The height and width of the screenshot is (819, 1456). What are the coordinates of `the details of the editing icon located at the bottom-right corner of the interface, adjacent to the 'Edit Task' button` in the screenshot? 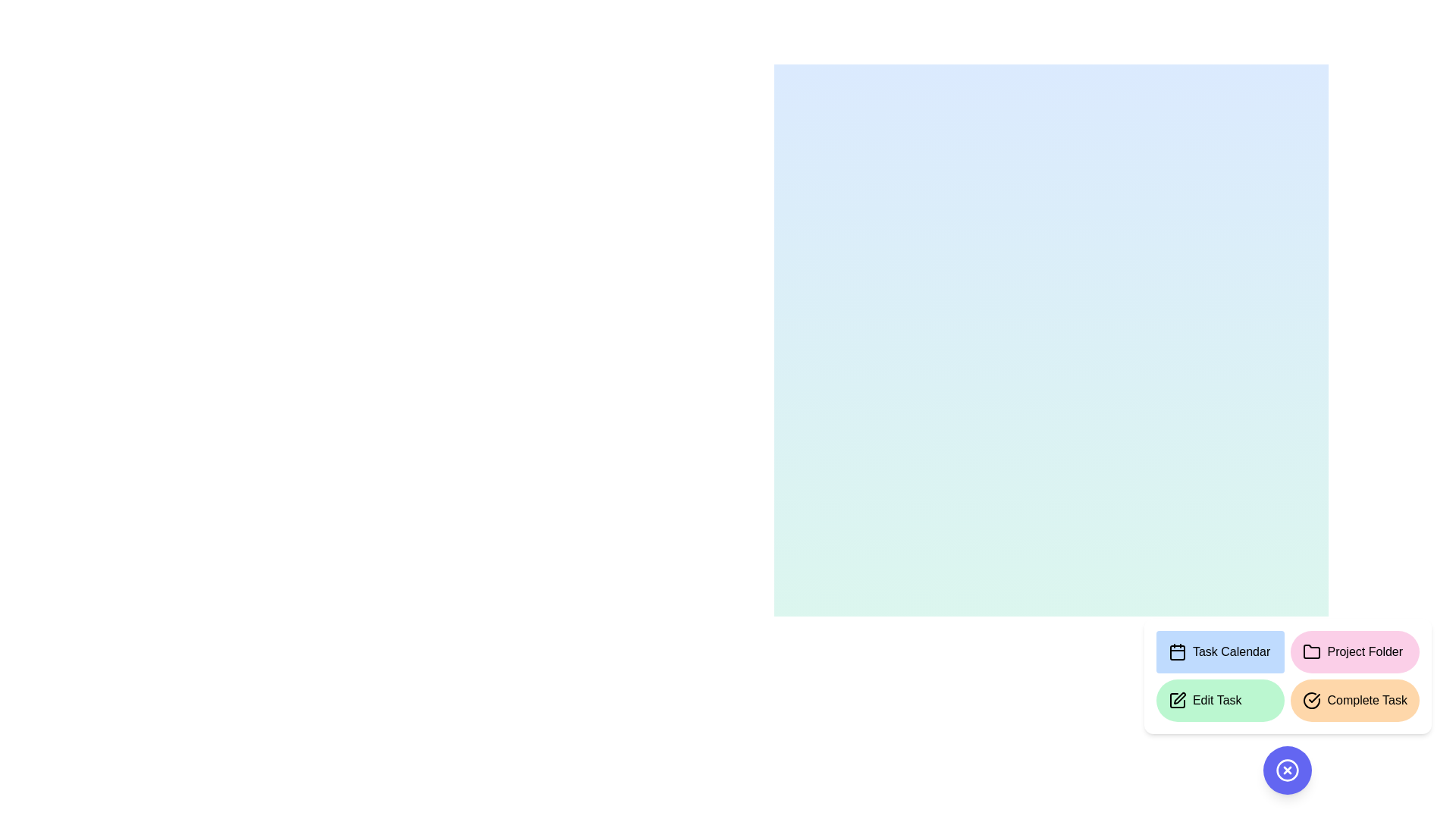 It's located at (1178, 698).